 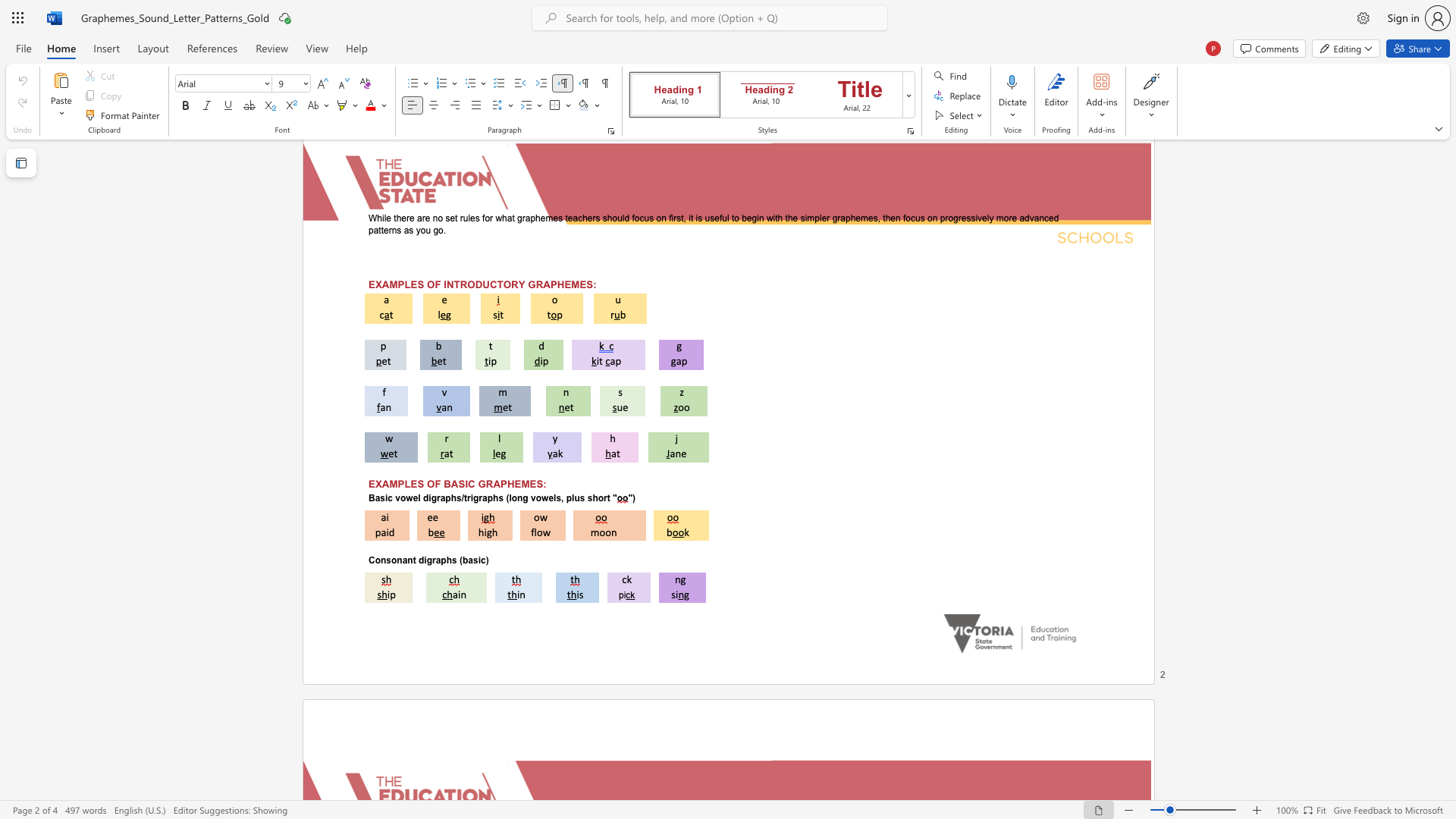 What do you see at coordinates (381, 560) in the screenshot?
I see `the subset text "nsonant digraphs" within the text "Consonant digraphs (basic)"` at bounding box center [381, 560].